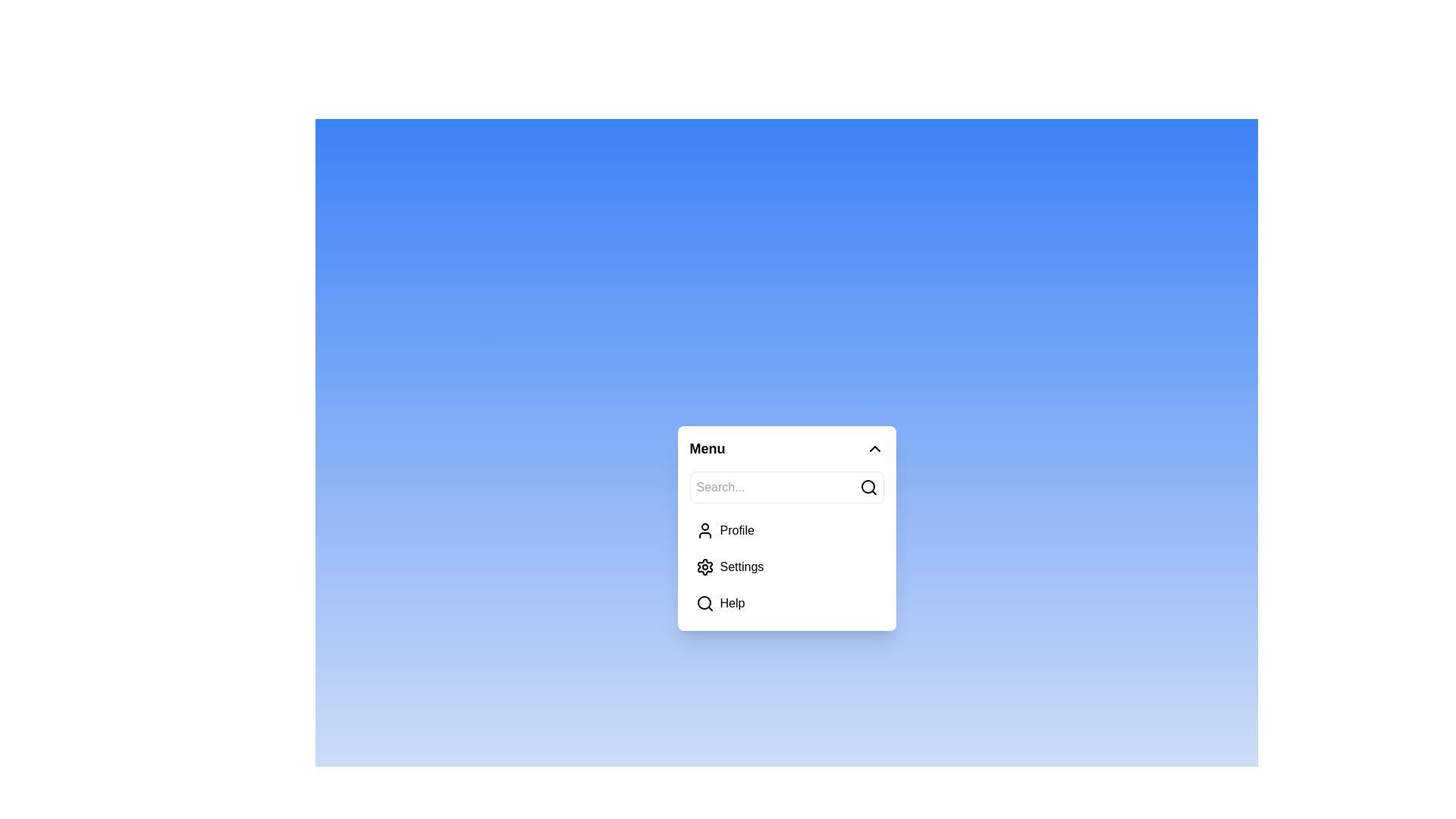  I want to click on the menu item Settings from the list, so click(786, 567).